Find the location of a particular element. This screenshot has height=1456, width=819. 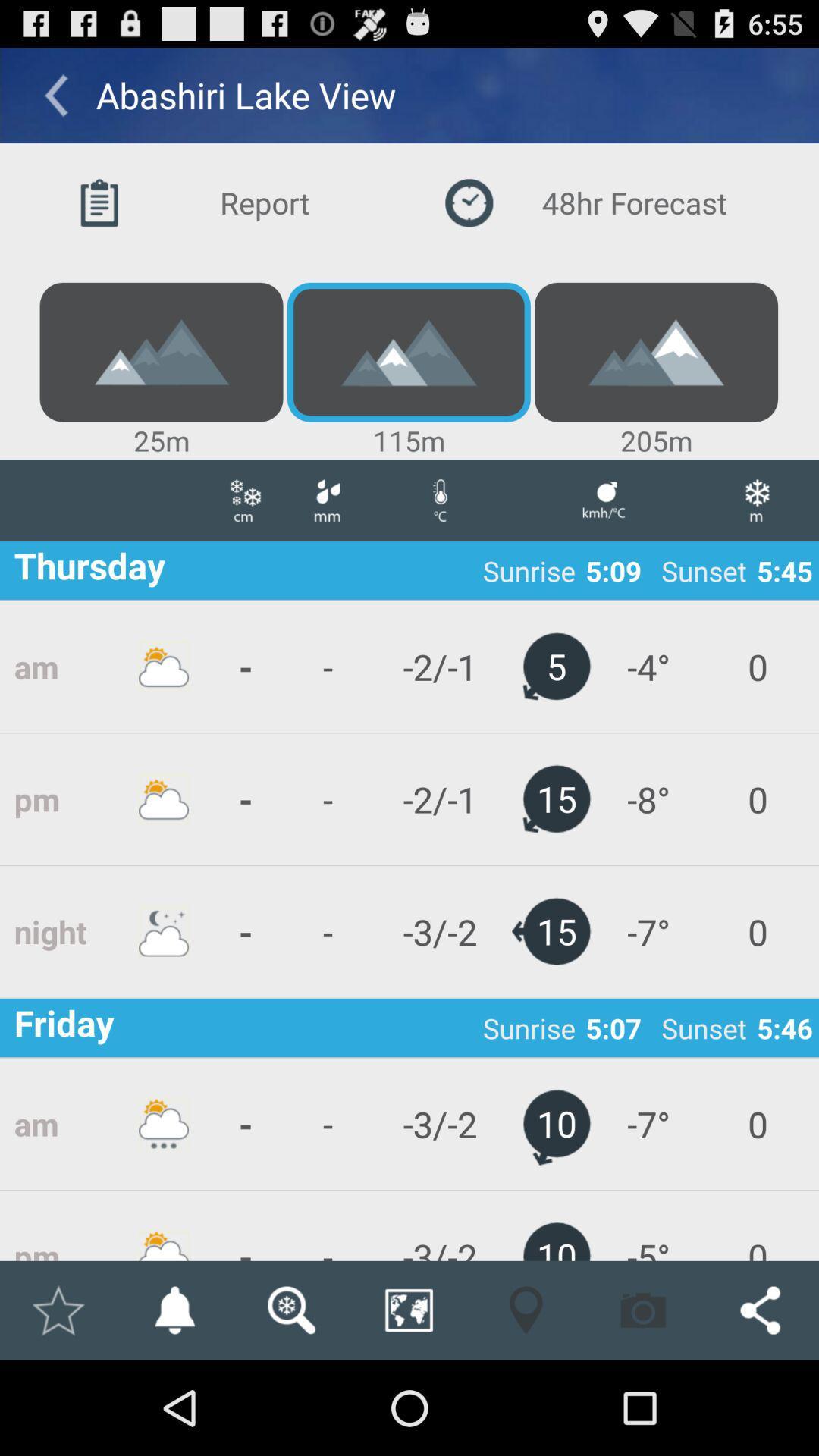

location is located at coordinates (57, 1310).